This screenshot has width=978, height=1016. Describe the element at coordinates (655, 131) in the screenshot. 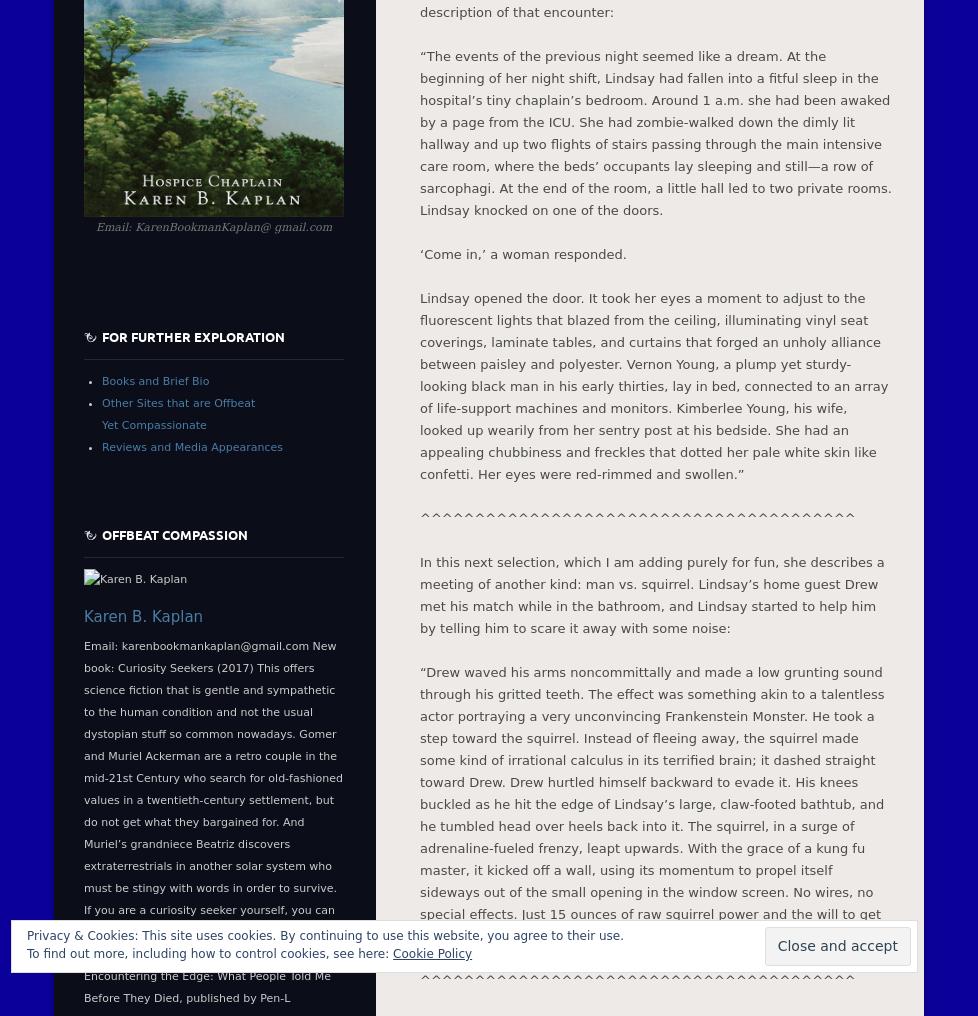

I see `'“The events of the previous night seemed like a dream. At the beginning of her night shift, Lindsay had fallen into a fitful sleep in the hospital’s tiny chaplain’s bedroom. Around 1 a.m. she had been awaked by a page from the ICU. She had zombie-walked down the dimly lit hallway and up two flights of stairs passing through the main intensive care room, where the beds’ occupants lay sleeping and still—a row of sarcophagi. At the end of the room, a little hall led to two private rooms. Lindsay knocked on one of the doors.'` at that location.